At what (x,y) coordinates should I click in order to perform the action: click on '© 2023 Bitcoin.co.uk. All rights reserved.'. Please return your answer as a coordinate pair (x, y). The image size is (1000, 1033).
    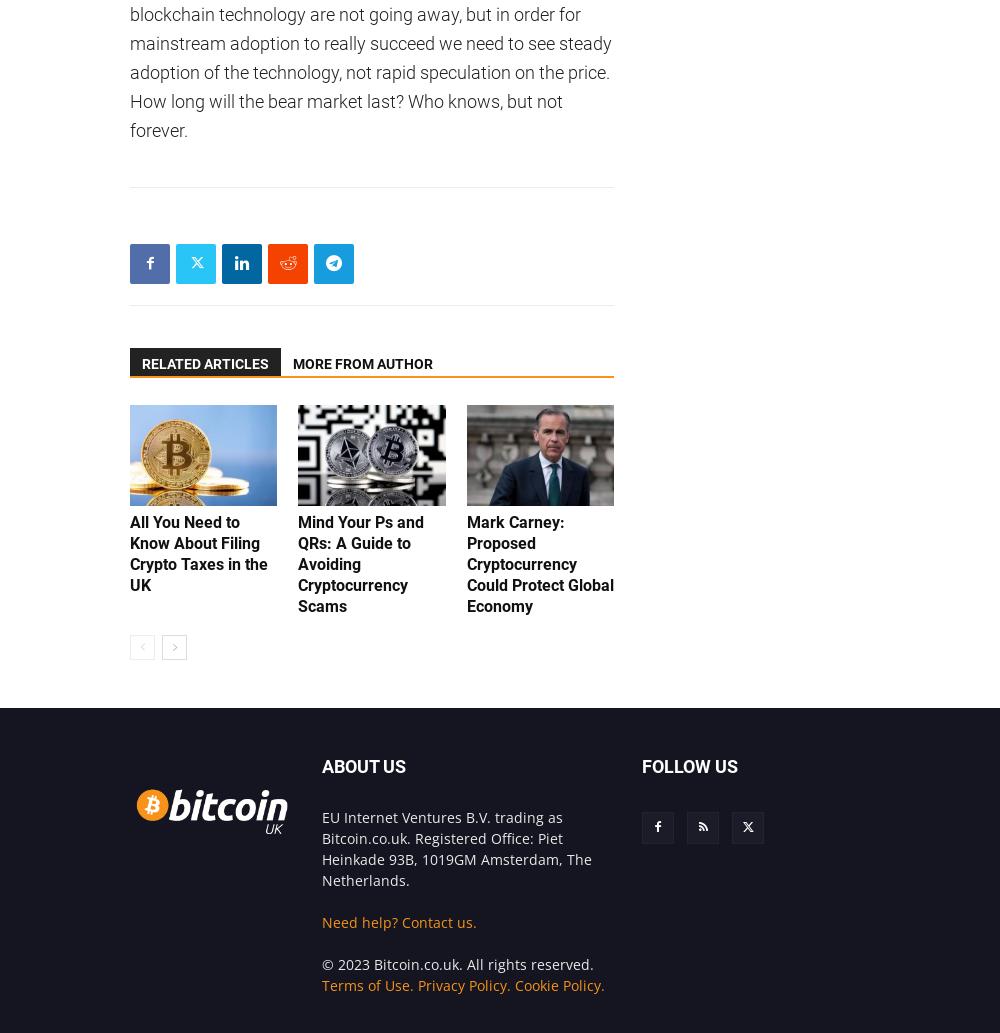
    Looking at the image, I should click on (457, 962).